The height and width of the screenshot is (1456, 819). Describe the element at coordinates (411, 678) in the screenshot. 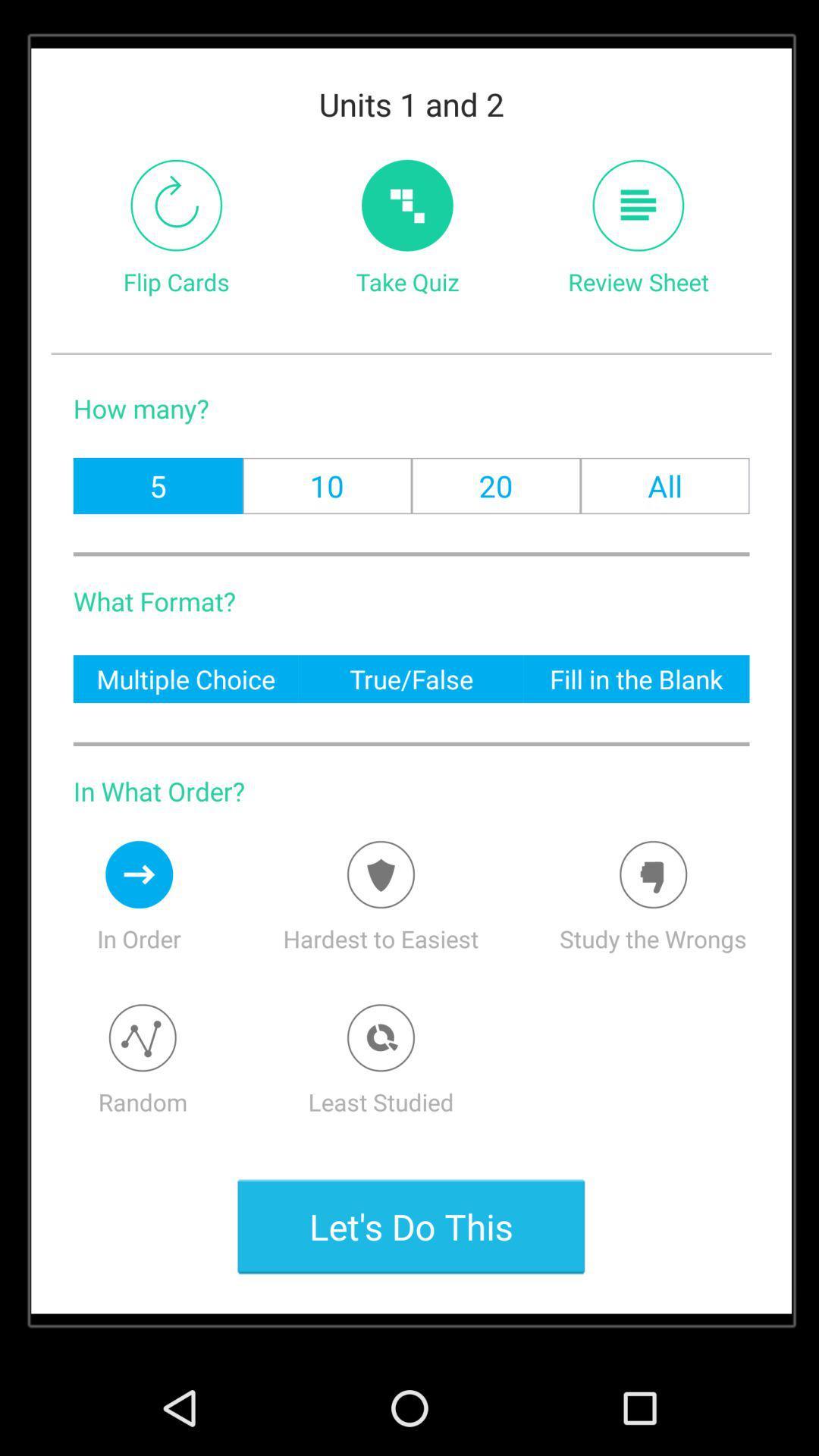

I see `the icon to the left of fill in the` at that location.